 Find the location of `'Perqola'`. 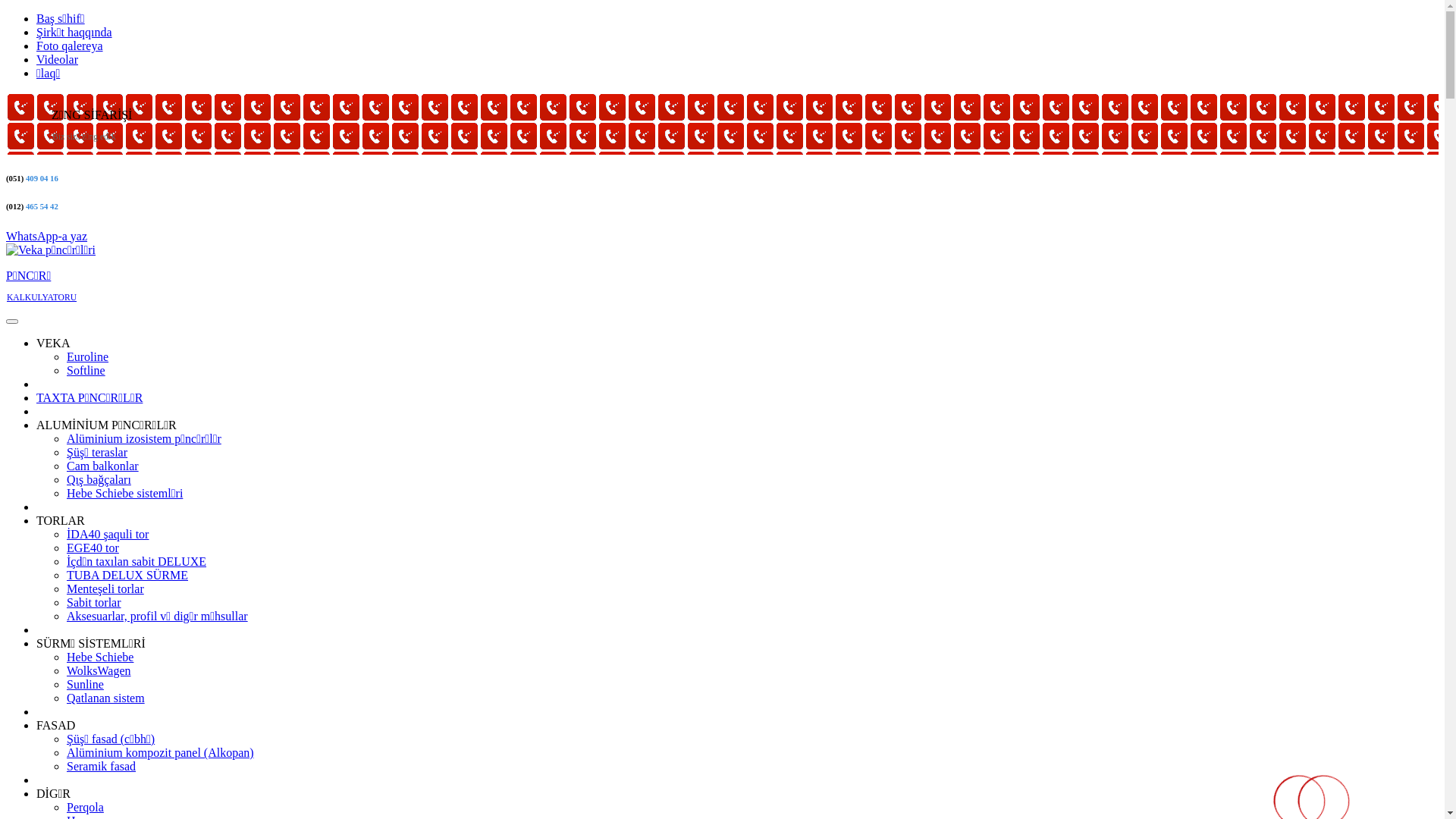

'Perqola' is located at coordinates (84, 806).